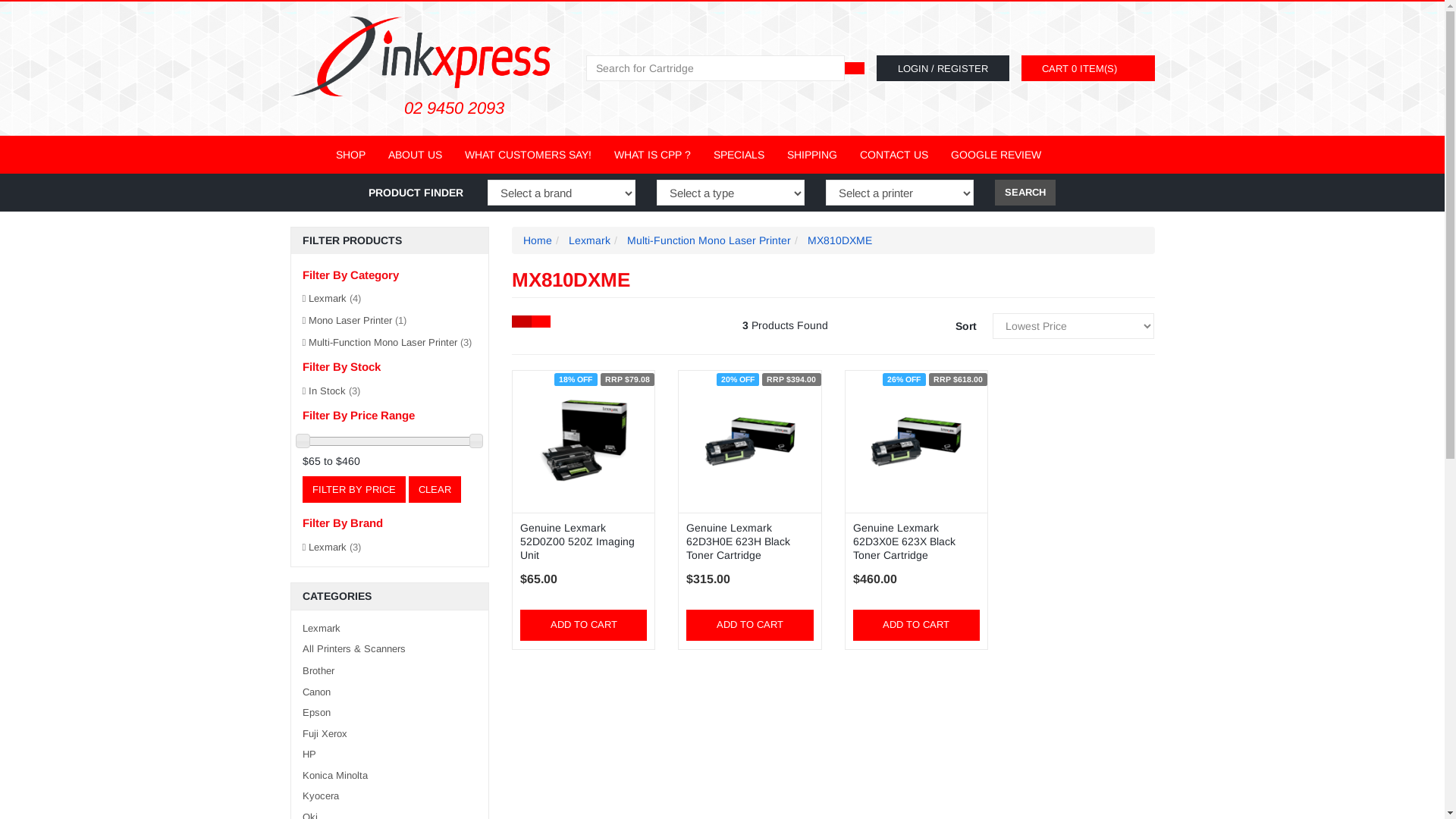  What do you see at coordinates (390, 648) in the screenshot?
I see `'All Printers & Scanners'` at bounding box center [390, 648].